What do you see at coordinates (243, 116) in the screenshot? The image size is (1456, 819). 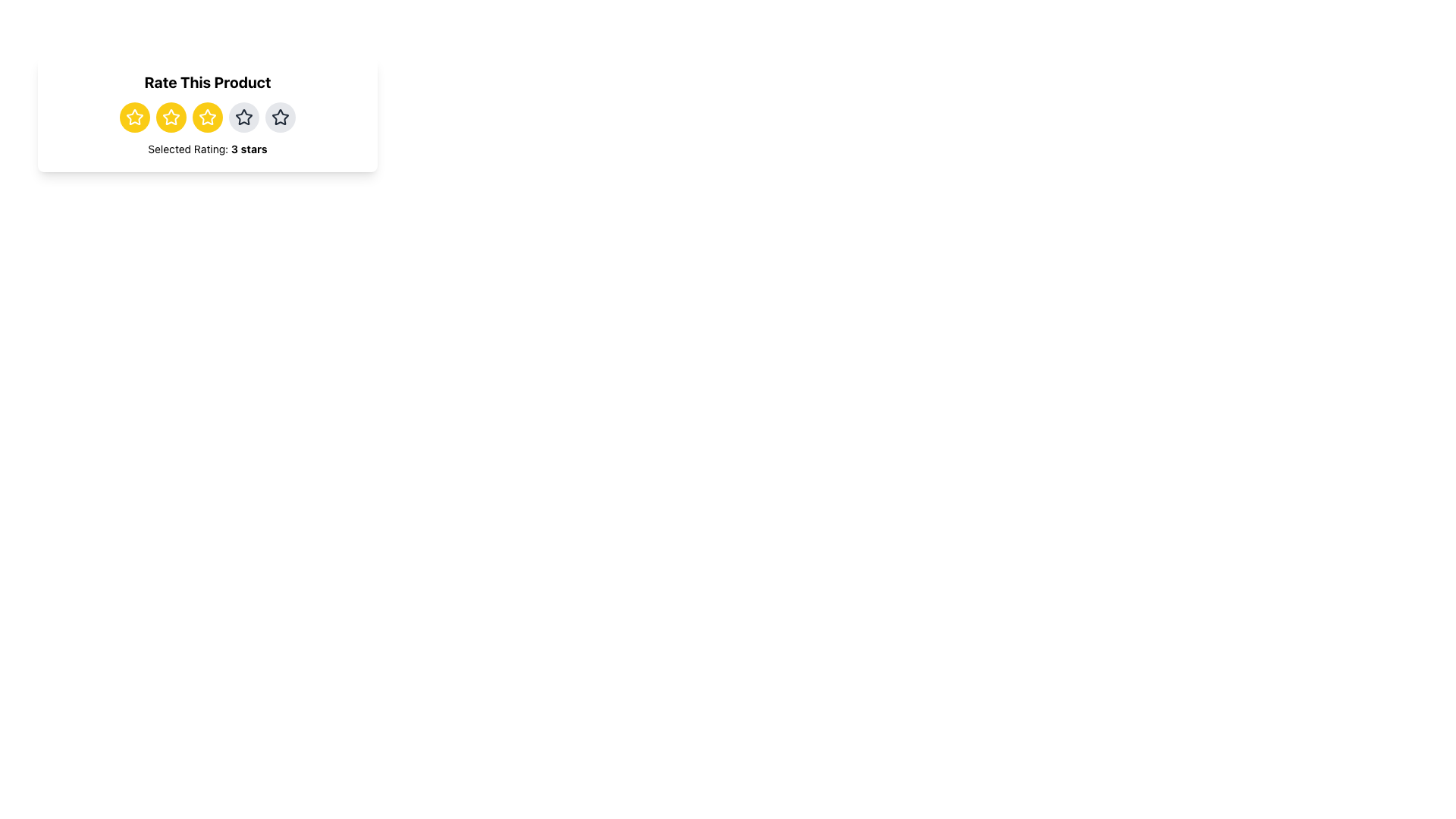 I see `the third star-shaped icon in a horizontal row, which is styled with an outlined stroke and positioned centrally within the row` at bounding box center [243, 116].